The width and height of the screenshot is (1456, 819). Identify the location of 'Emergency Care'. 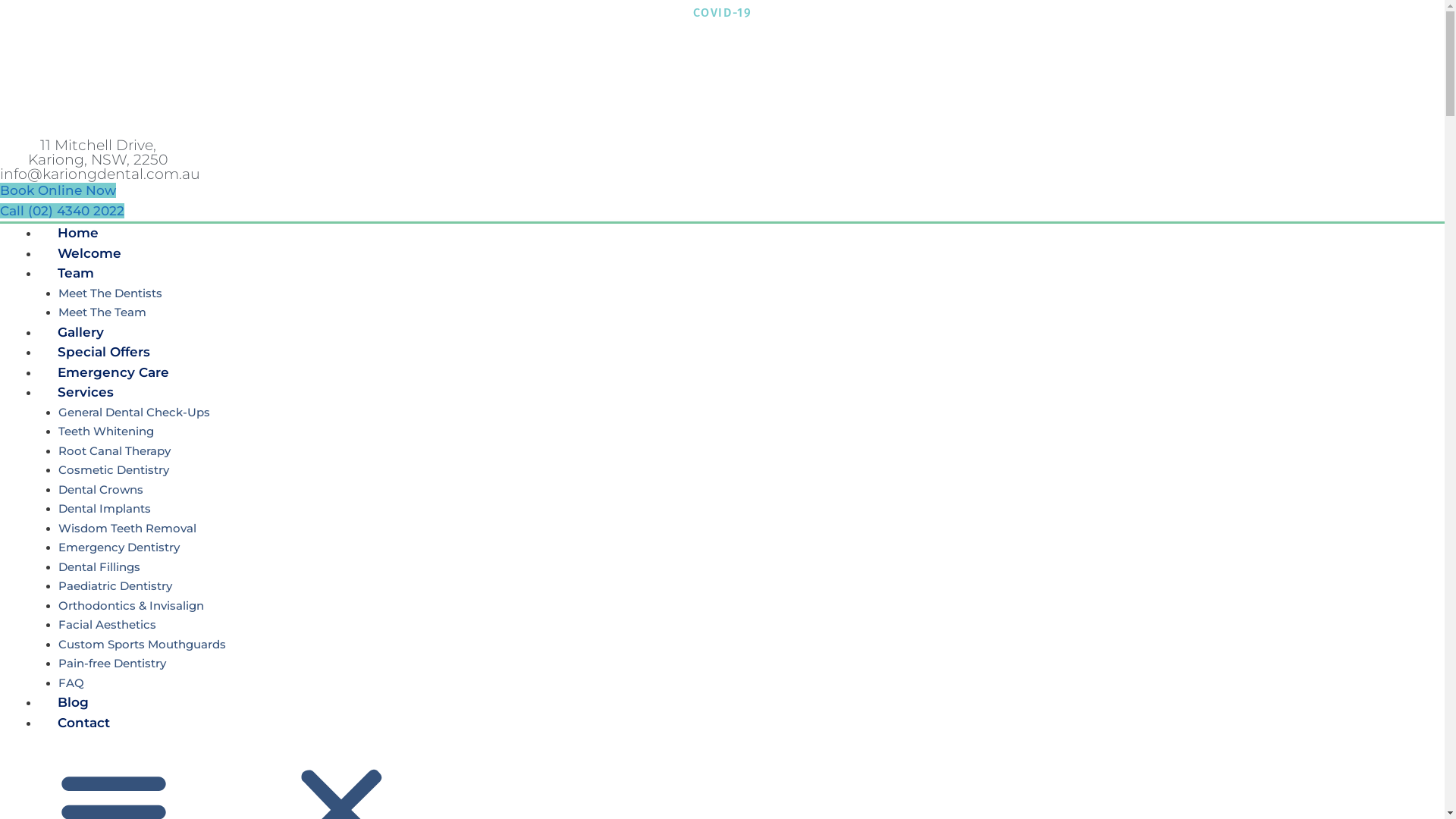
(112, 371).